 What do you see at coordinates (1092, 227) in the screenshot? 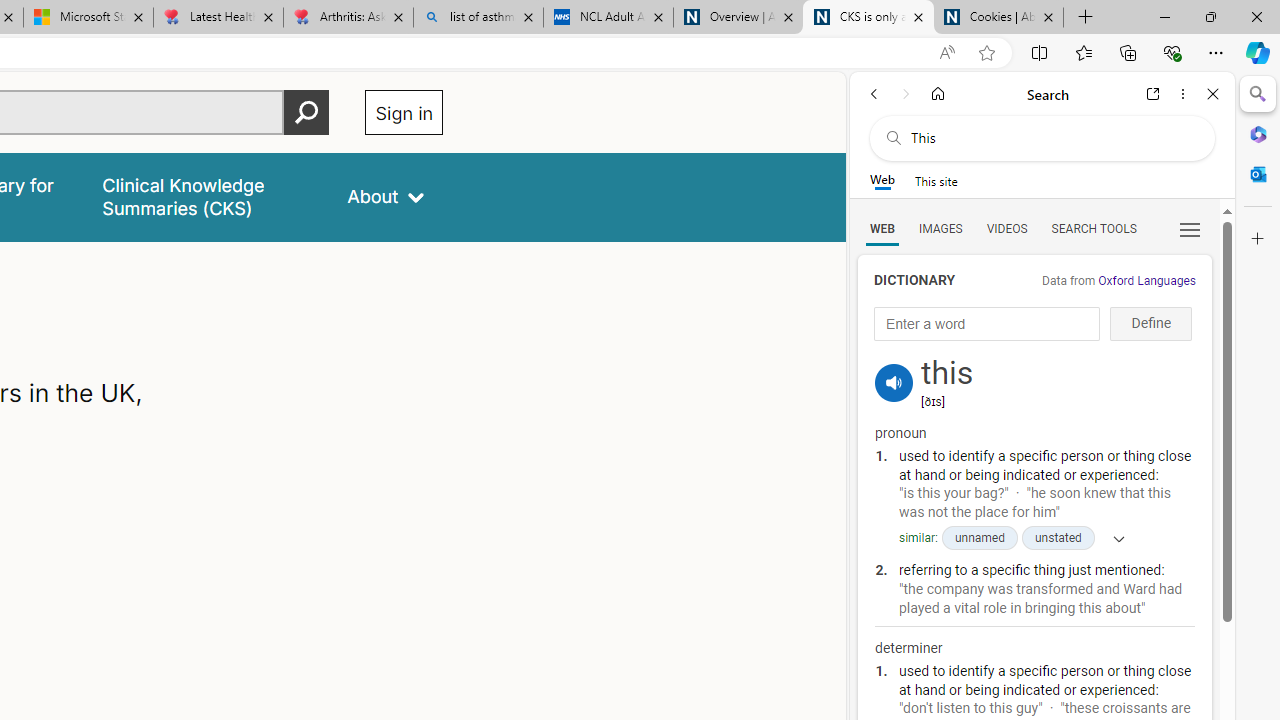
I see `'Search Filter, Search Tools'` at bounding box center [1092, 227].